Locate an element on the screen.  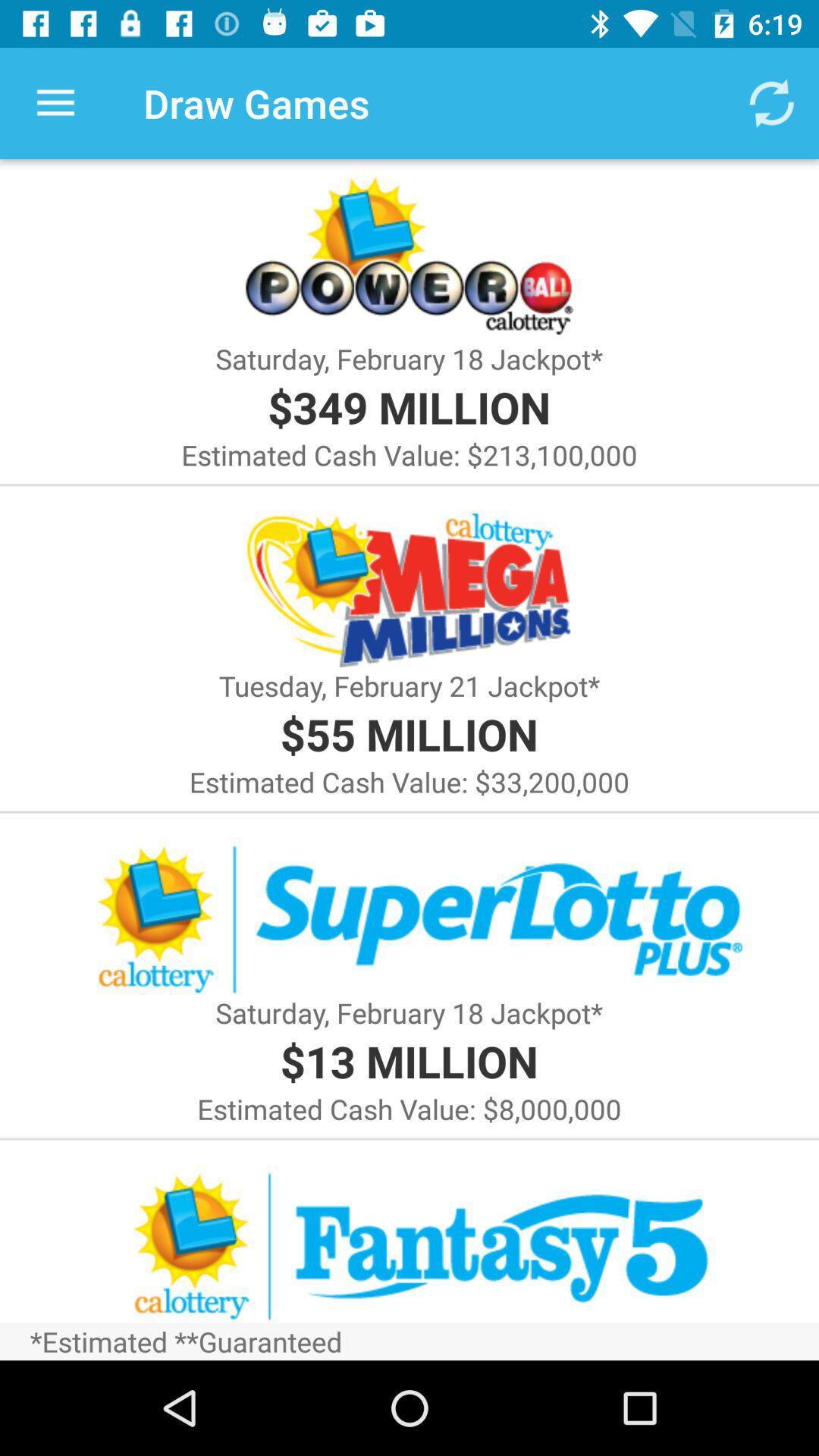
item above estimated cash value item is located at coordinates (408, 406).